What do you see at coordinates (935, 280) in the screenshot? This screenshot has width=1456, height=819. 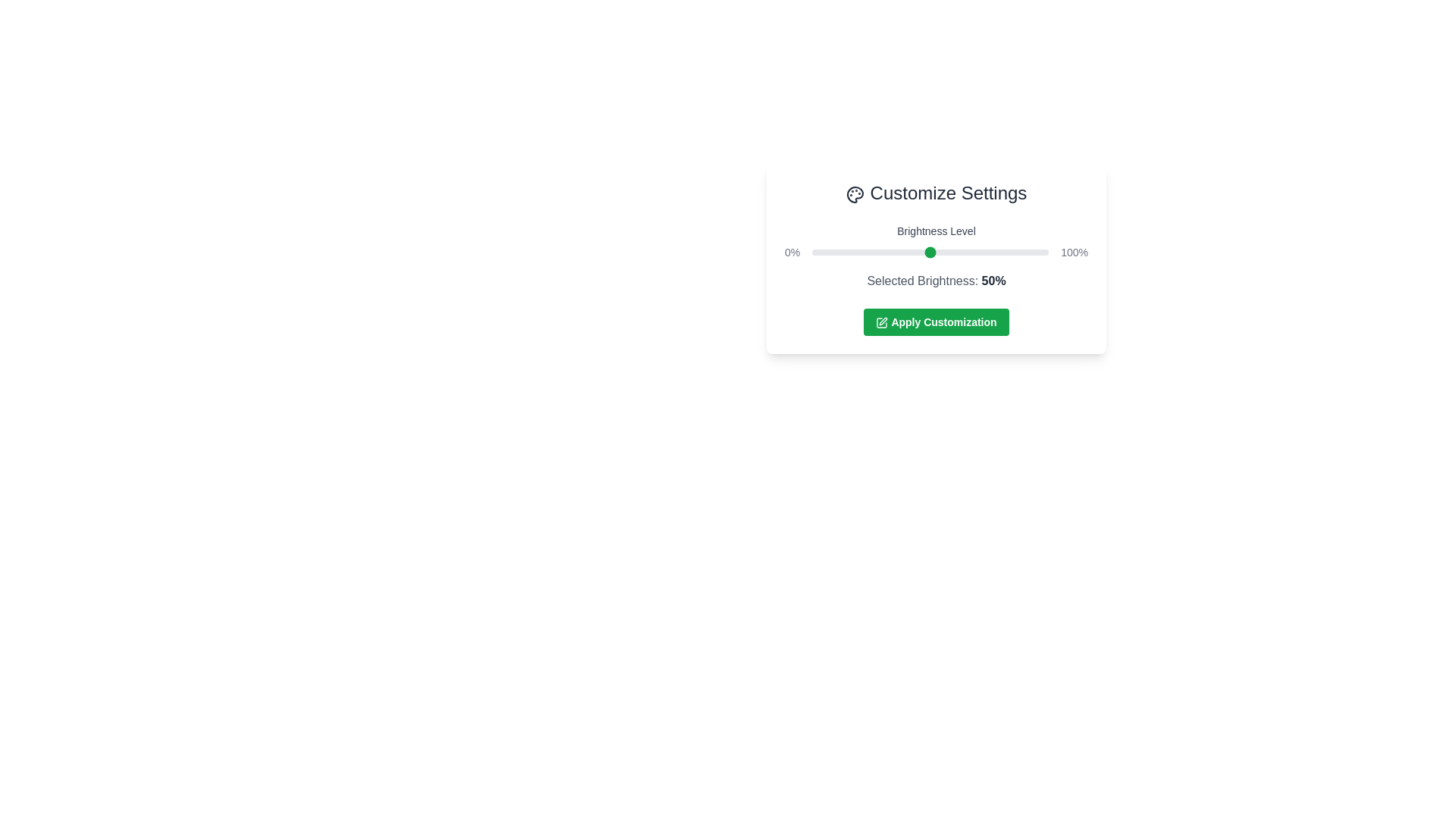 I see `the apply button in the Interactive section of the 'Customize Settings' card to apply the brightness settings` at bounding box center [935, 280].